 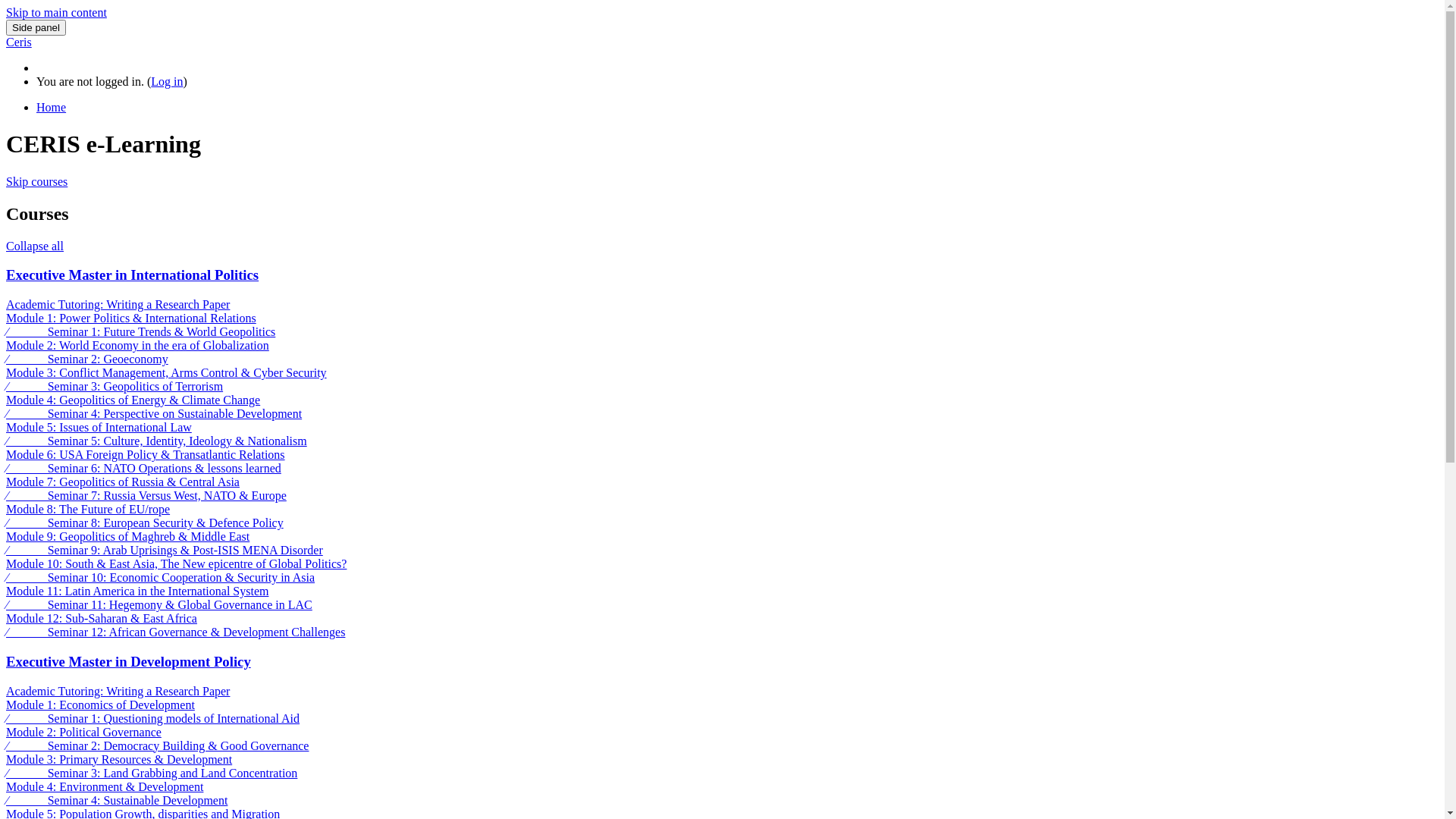 I want to click on 'Module 3: Conflict Management, Arms Control & Cyber Security', so click(x=166, y=372).